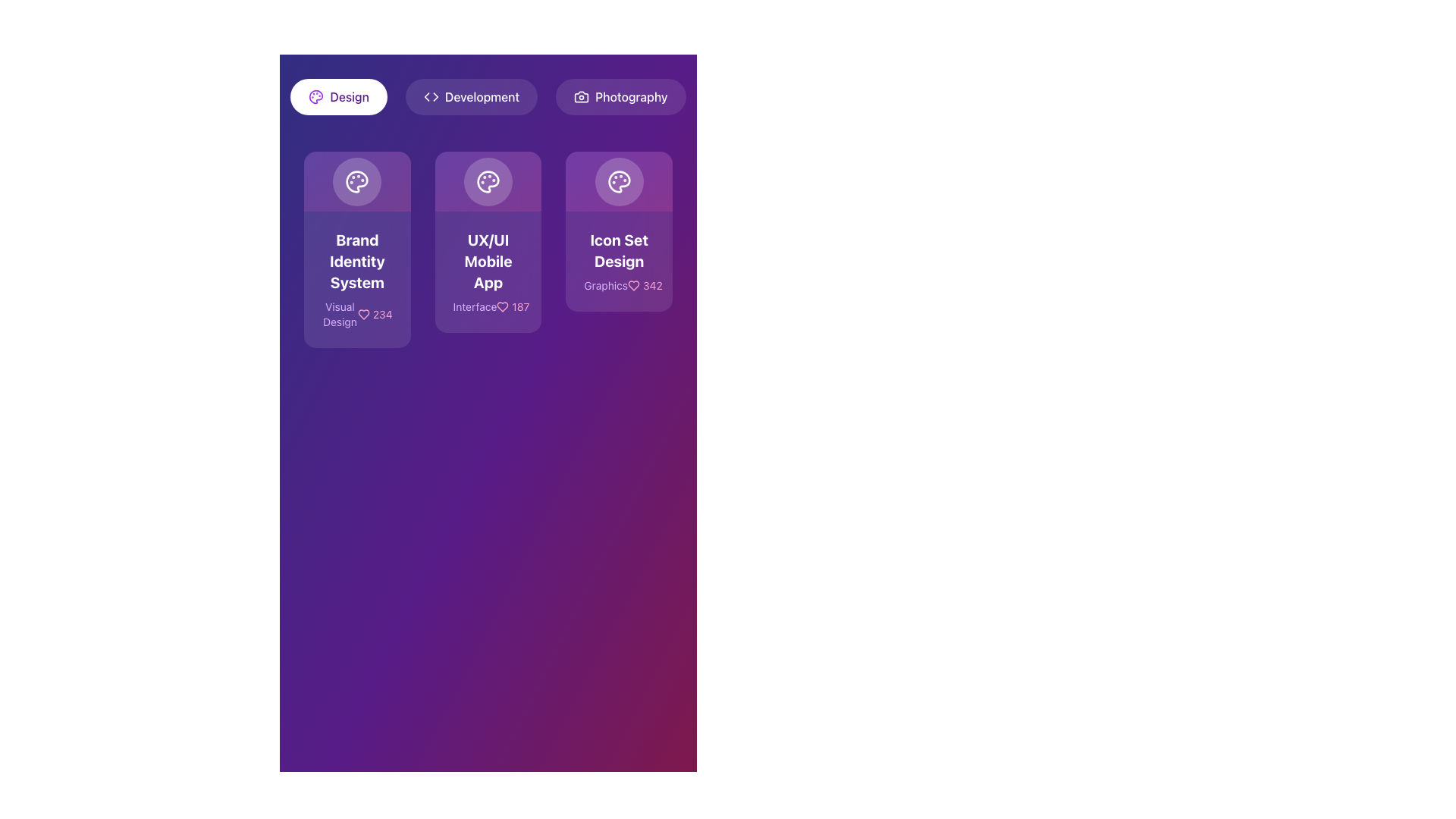 This screenshot has height=819, width=1456. Describe the element at coordinates (619, 231) in the screenshot. I see `to select the card with a purple gradient background and an icon of a palette, labeled 'Icon Set Design' with 'Graphics342' below it, located at the far right of the row under the 'Design' tab` at that location.